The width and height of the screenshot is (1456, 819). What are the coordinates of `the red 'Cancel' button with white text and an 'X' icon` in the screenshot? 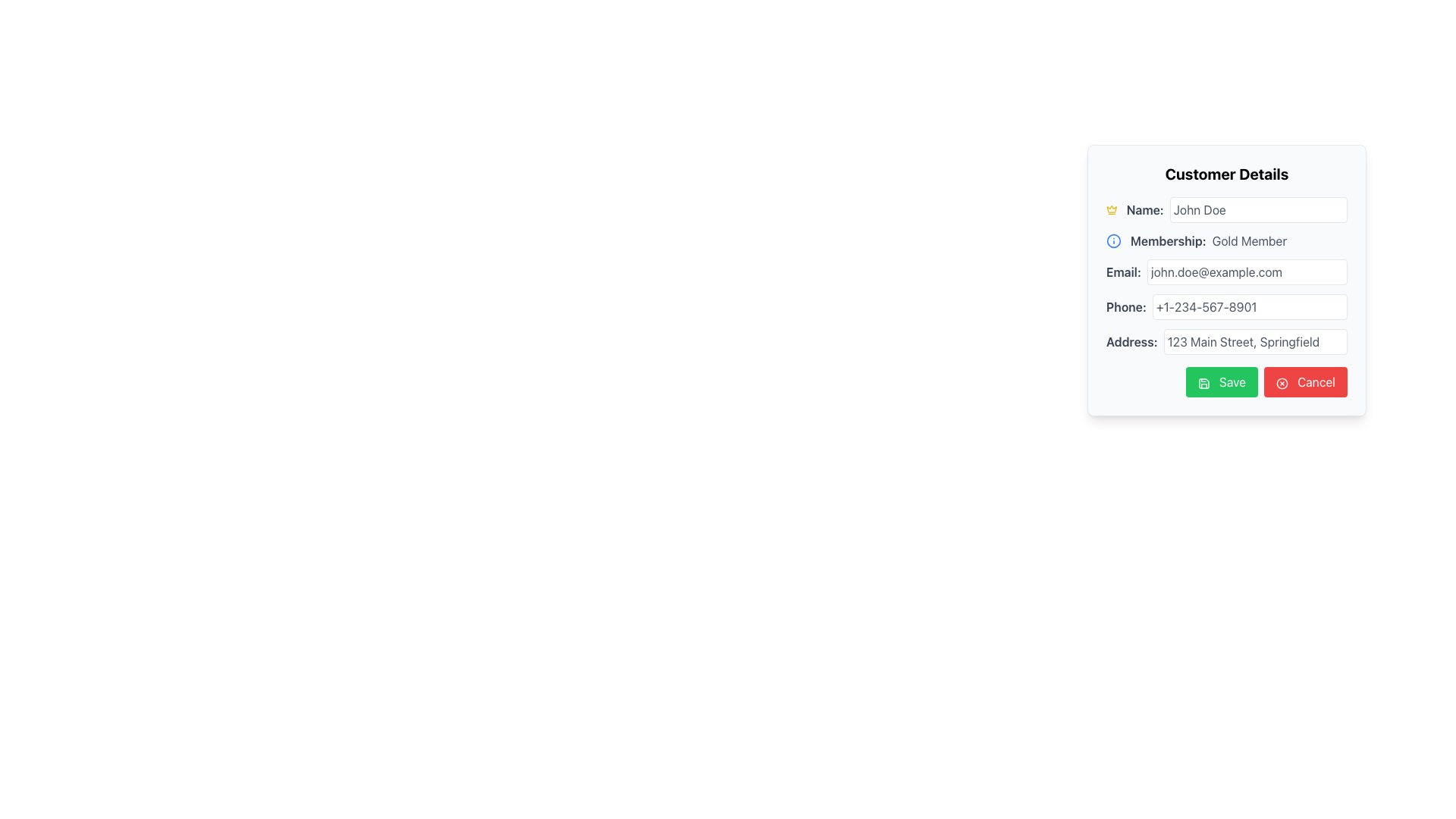 It's located at (1305, 381).